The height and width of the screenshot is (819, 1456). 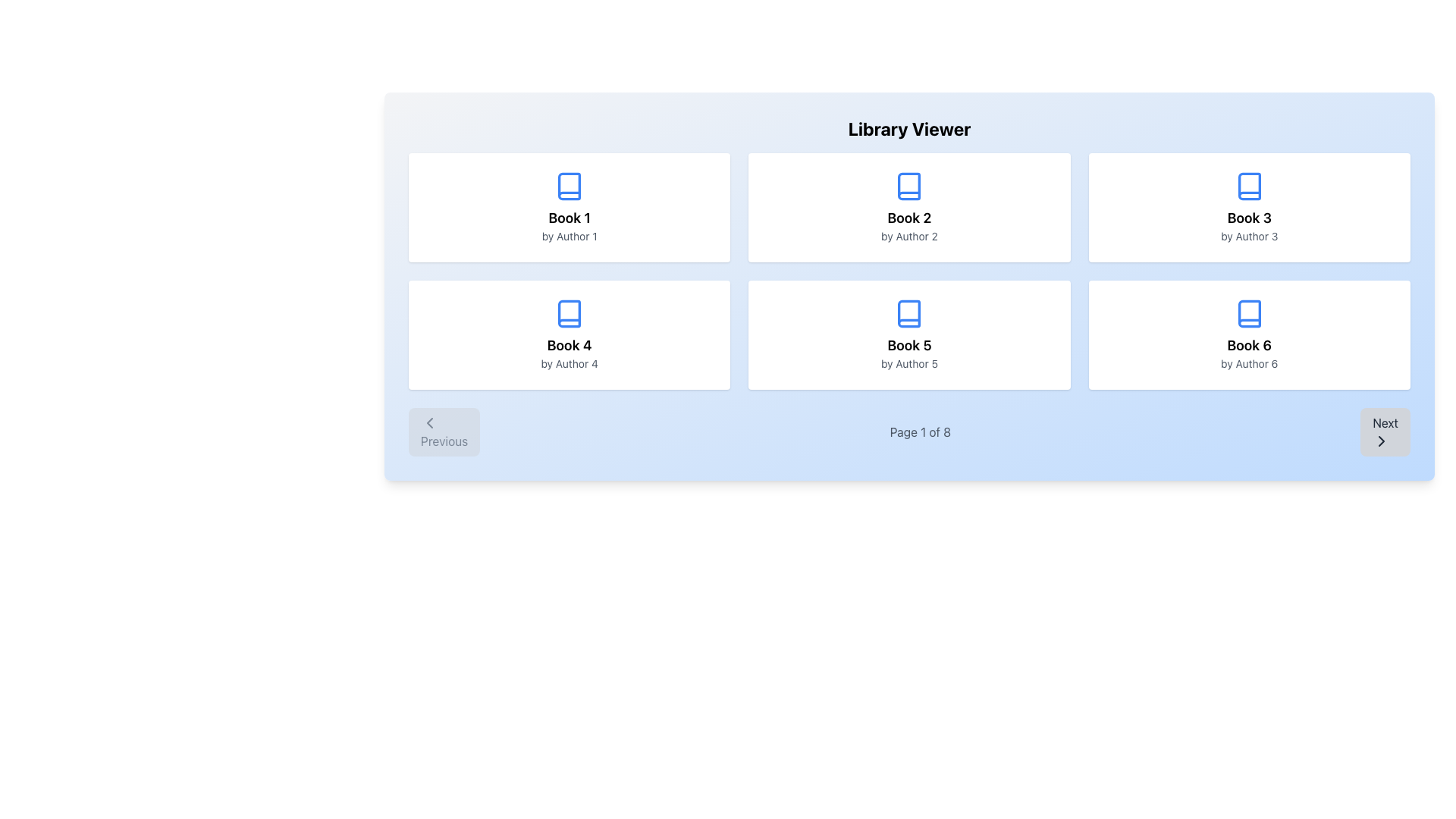 I want to click on the small book icon with a vibrant blue outline located in the first position of the icon grid, directly above the label 'Book 1', so click(x=569, y=186).